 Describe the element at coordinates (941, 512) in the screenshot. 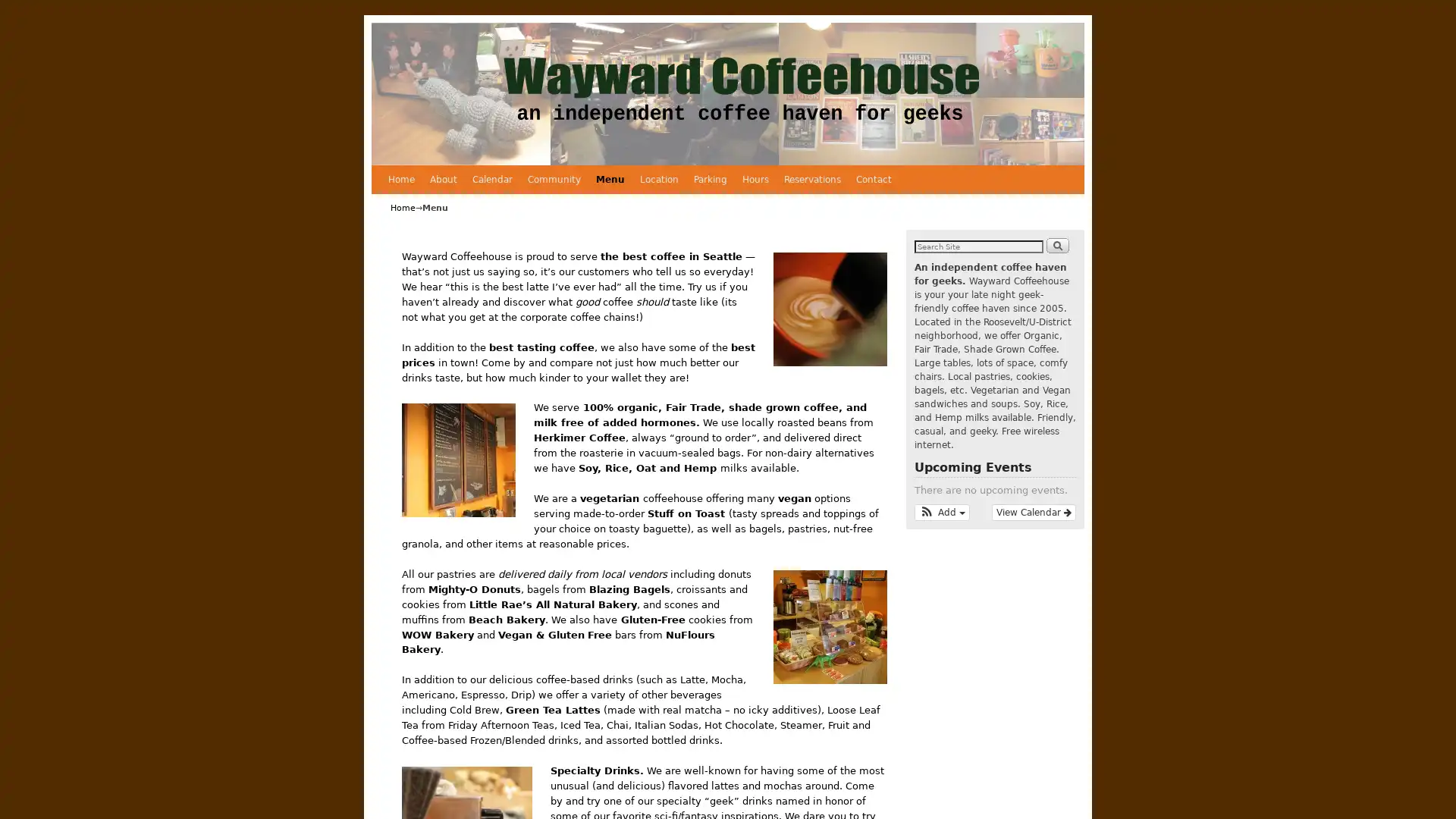

I see `Add` at that location.